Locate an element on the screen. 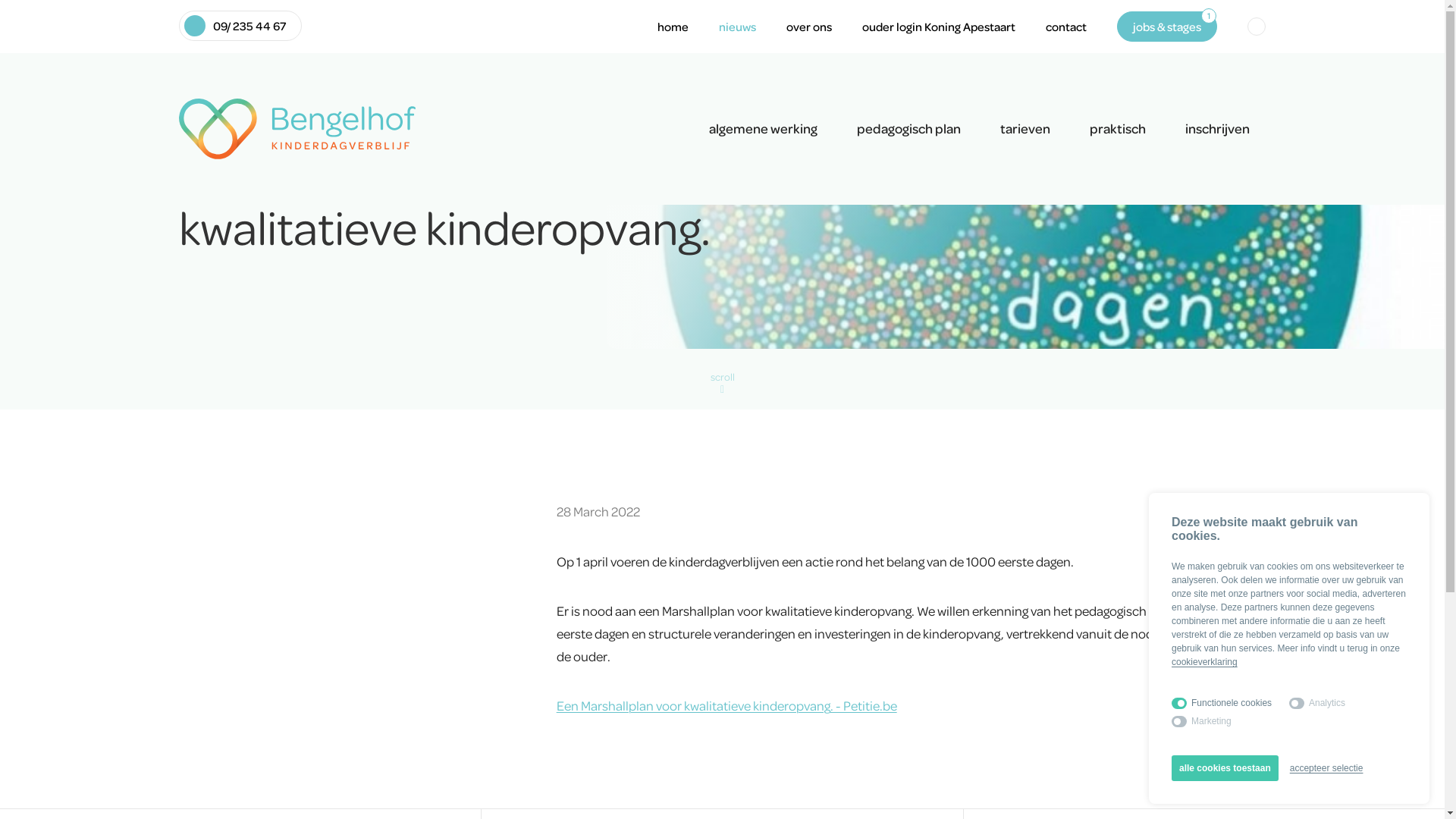 The width and height of the screenshot is (1456, 819). 'ouder login Koning Apestaart' is located at coordinates (938, 26).